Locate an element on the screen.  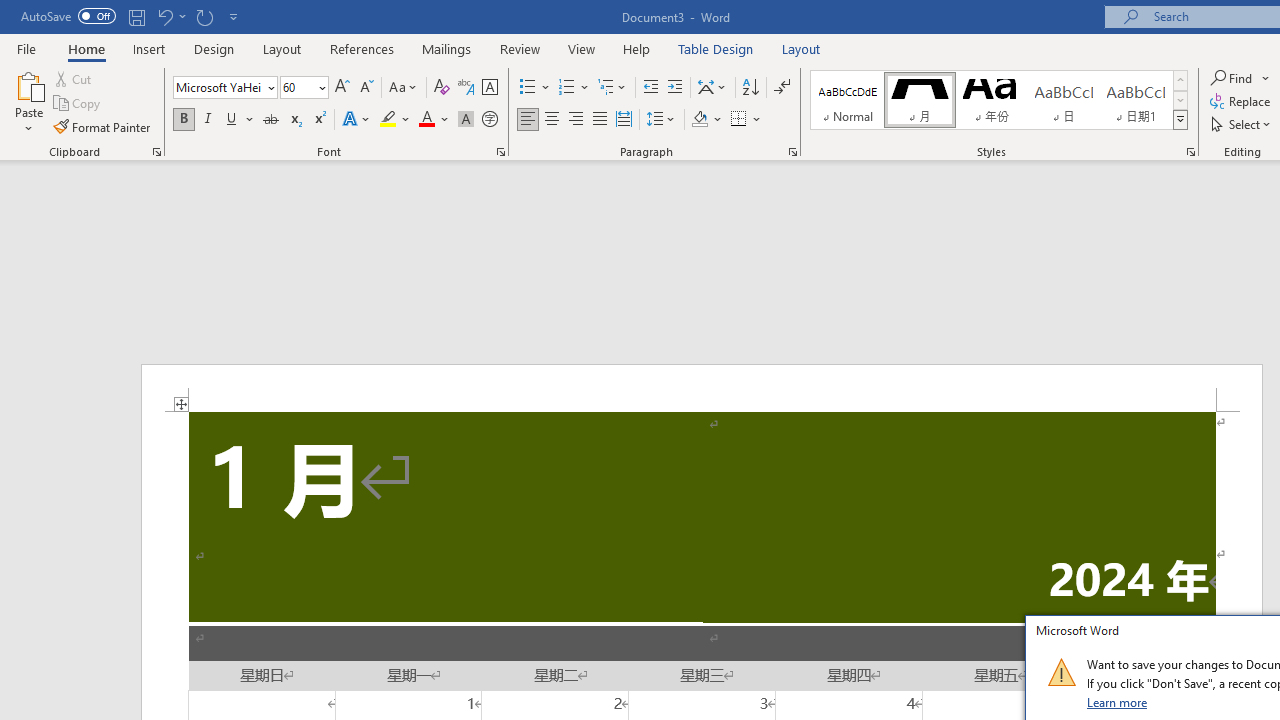
'Undo Apply Quick Style' is located at coordinates (170, 16).